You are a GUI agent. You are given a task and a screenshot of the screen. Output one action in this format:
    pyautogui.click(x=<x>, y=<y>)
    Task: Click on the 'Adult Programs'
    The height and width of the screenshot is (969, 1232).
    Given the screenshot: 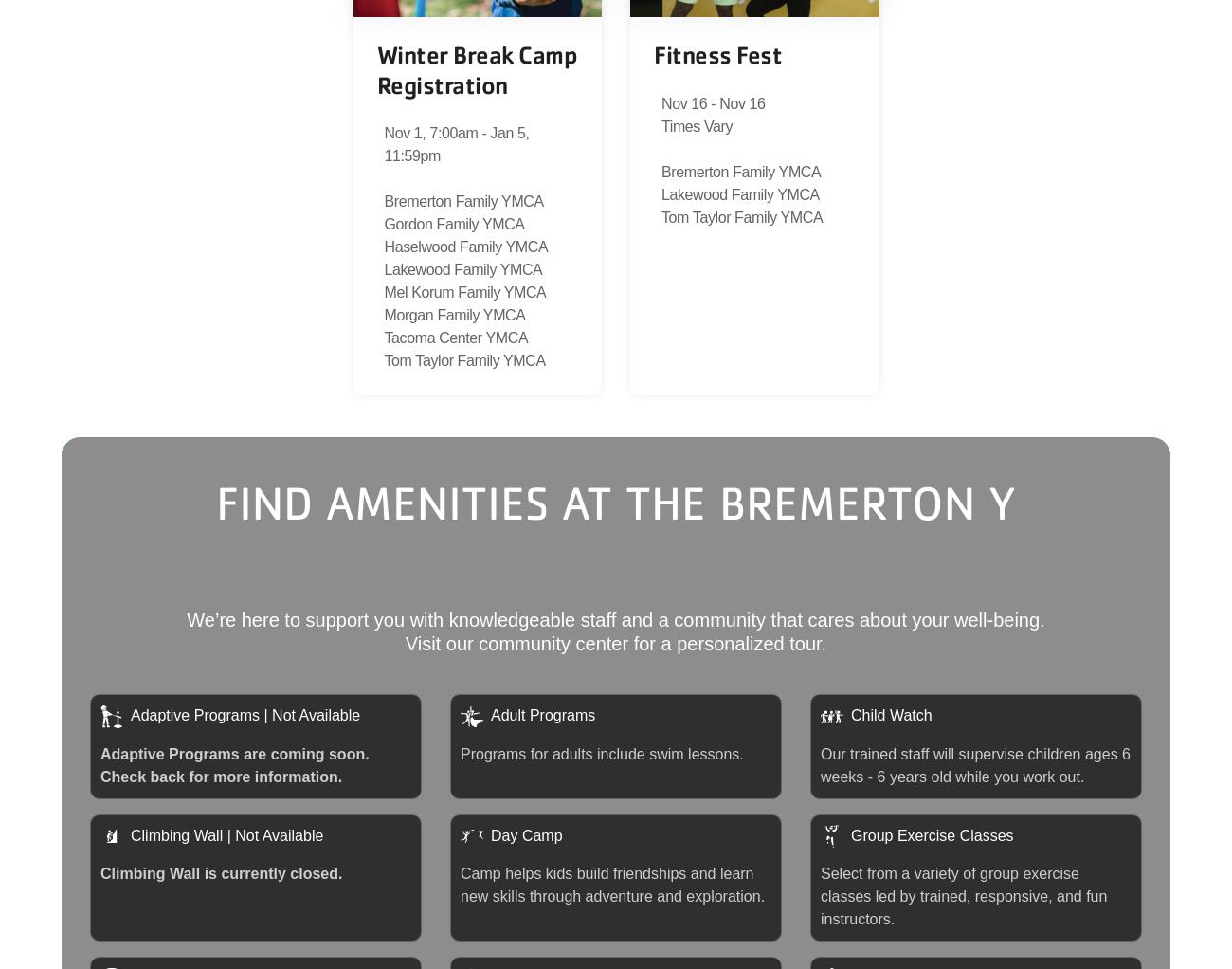 What is the action you would take?
    pyautogui.click(x=542, y=714)
    